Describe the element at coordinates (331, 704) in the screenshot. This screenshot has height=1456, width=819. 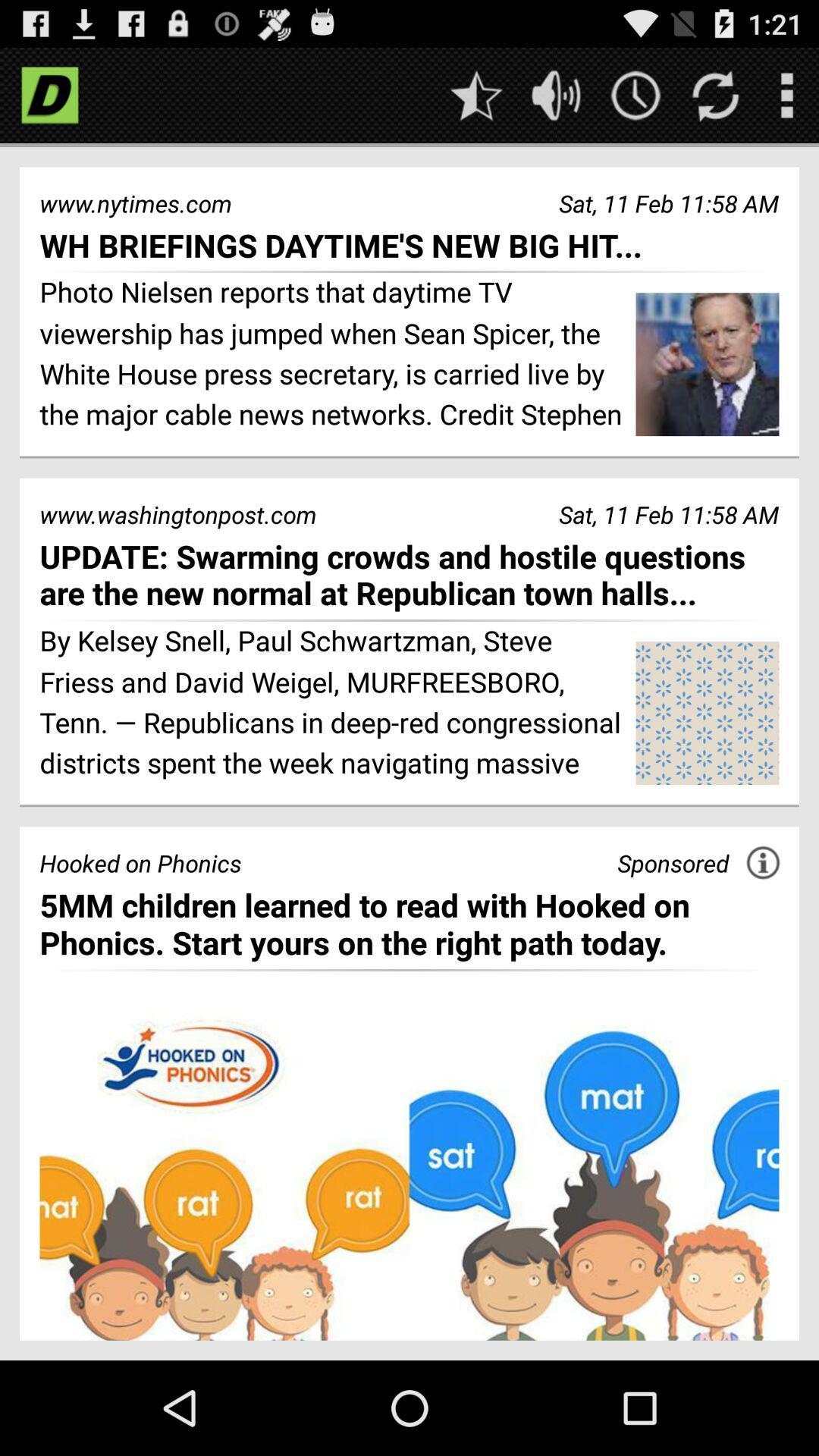
I see `by kelsey snell item` at that location.